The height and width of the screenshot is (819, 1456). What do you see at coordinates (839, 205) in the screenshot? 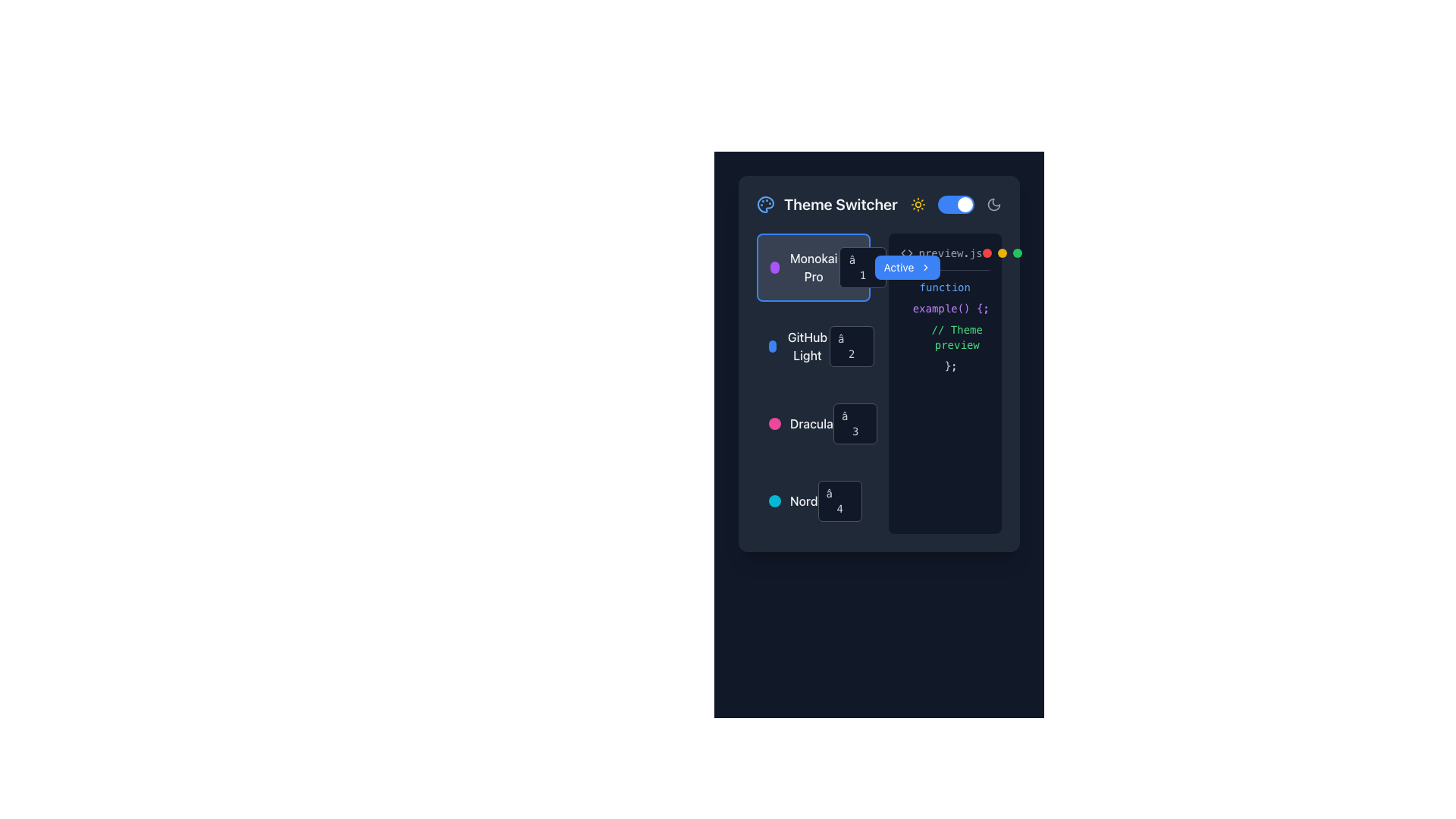
I see `text label that says 'Theme Switcher', which is prominently displayed in white against a dark background, to understand the section it describes` at bounding box center [839, 205].